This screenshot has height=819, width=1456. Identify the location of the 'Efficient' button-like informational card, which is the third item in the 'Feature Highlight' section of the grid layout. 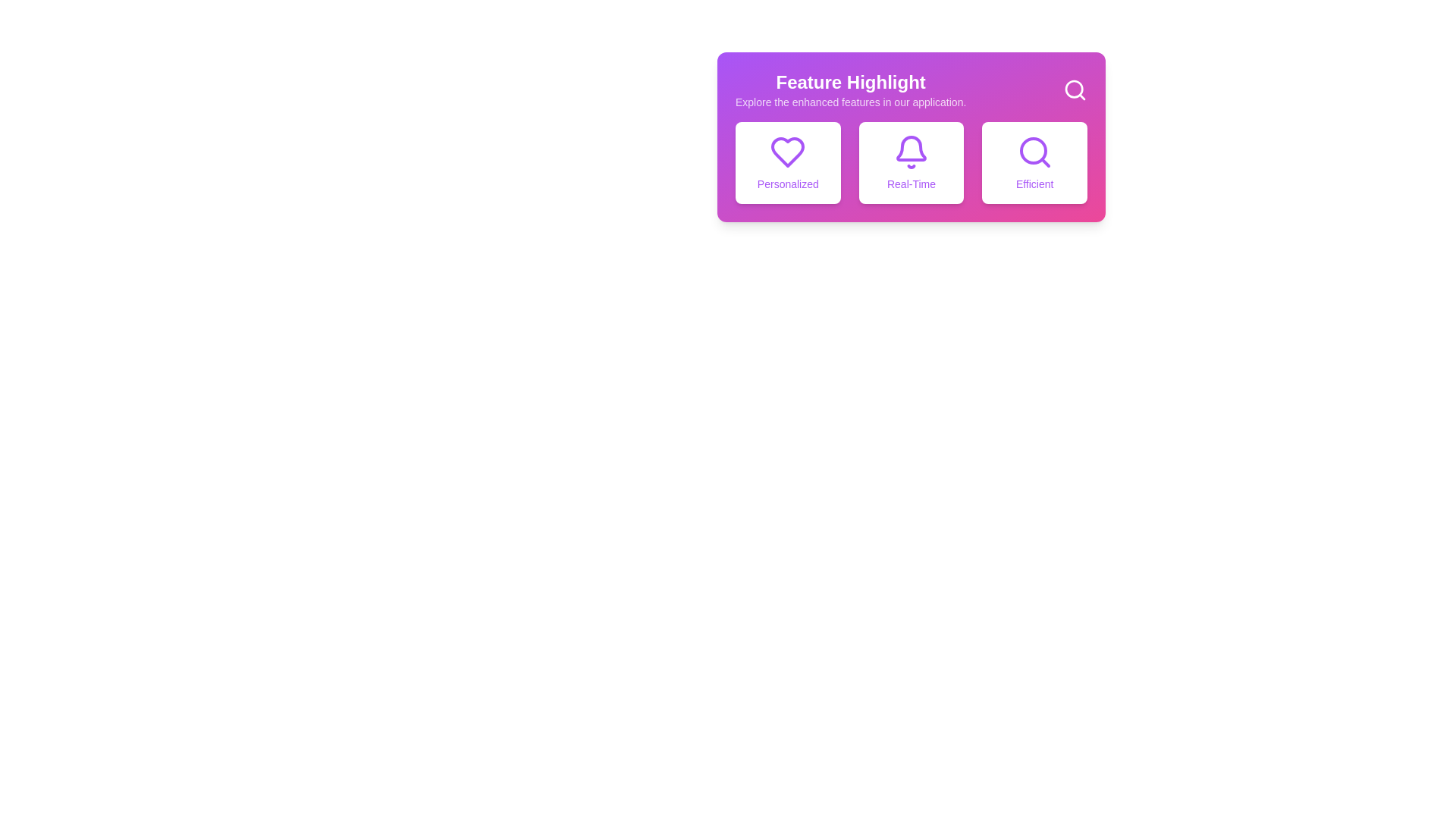
(1034, 163).